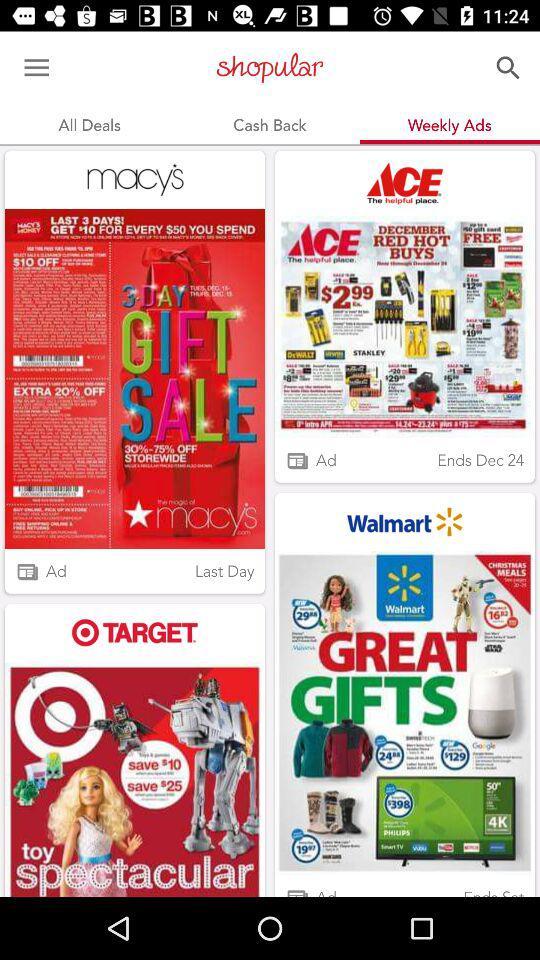 Image resolution: width=540 pixels, height=960 pixels. I want to click on the icon above the all deals, so click(36, 68).